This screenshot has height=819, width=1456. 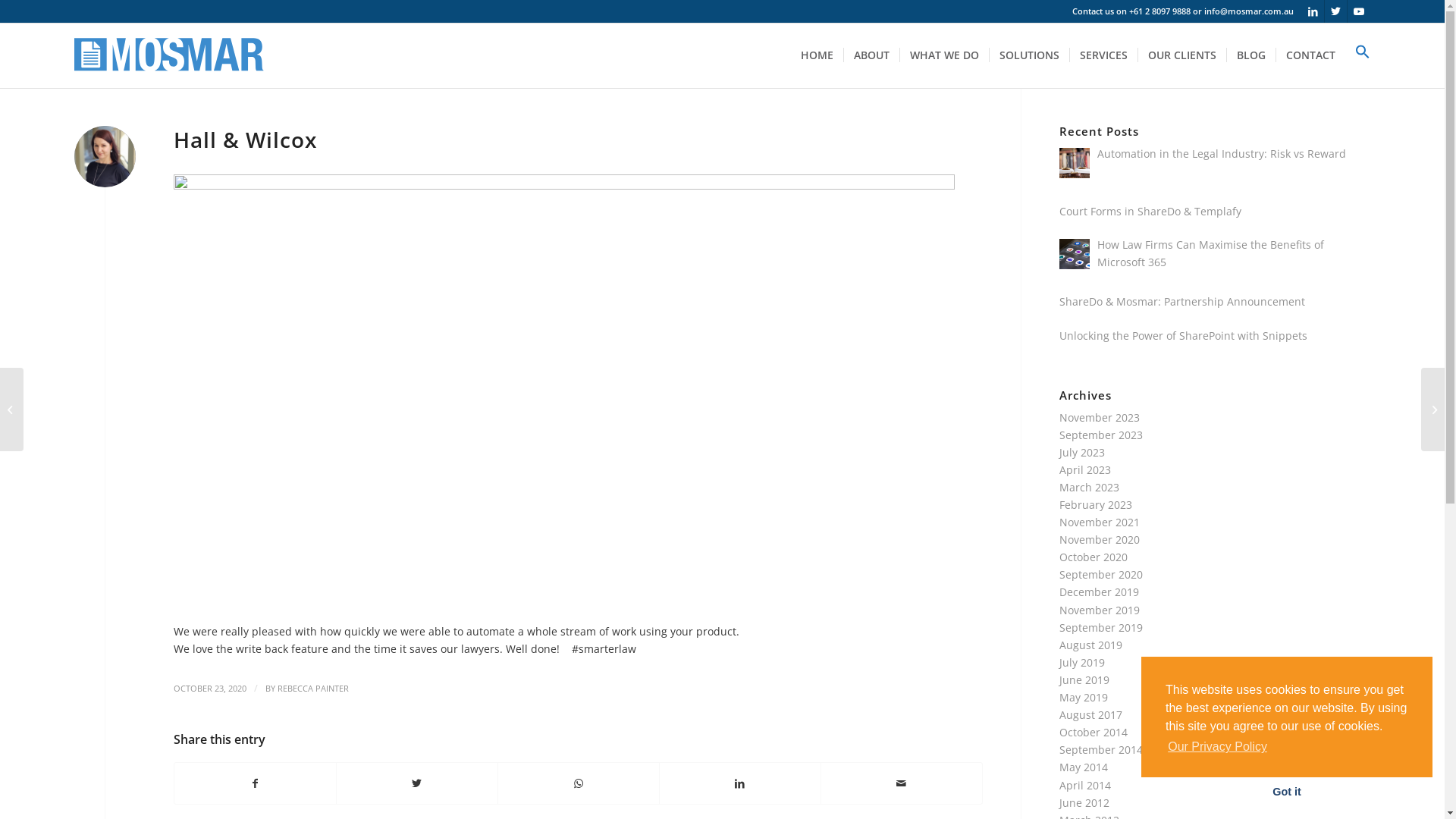 I want to click on 'SOLUTIONS', so click(x=1029, y=55).